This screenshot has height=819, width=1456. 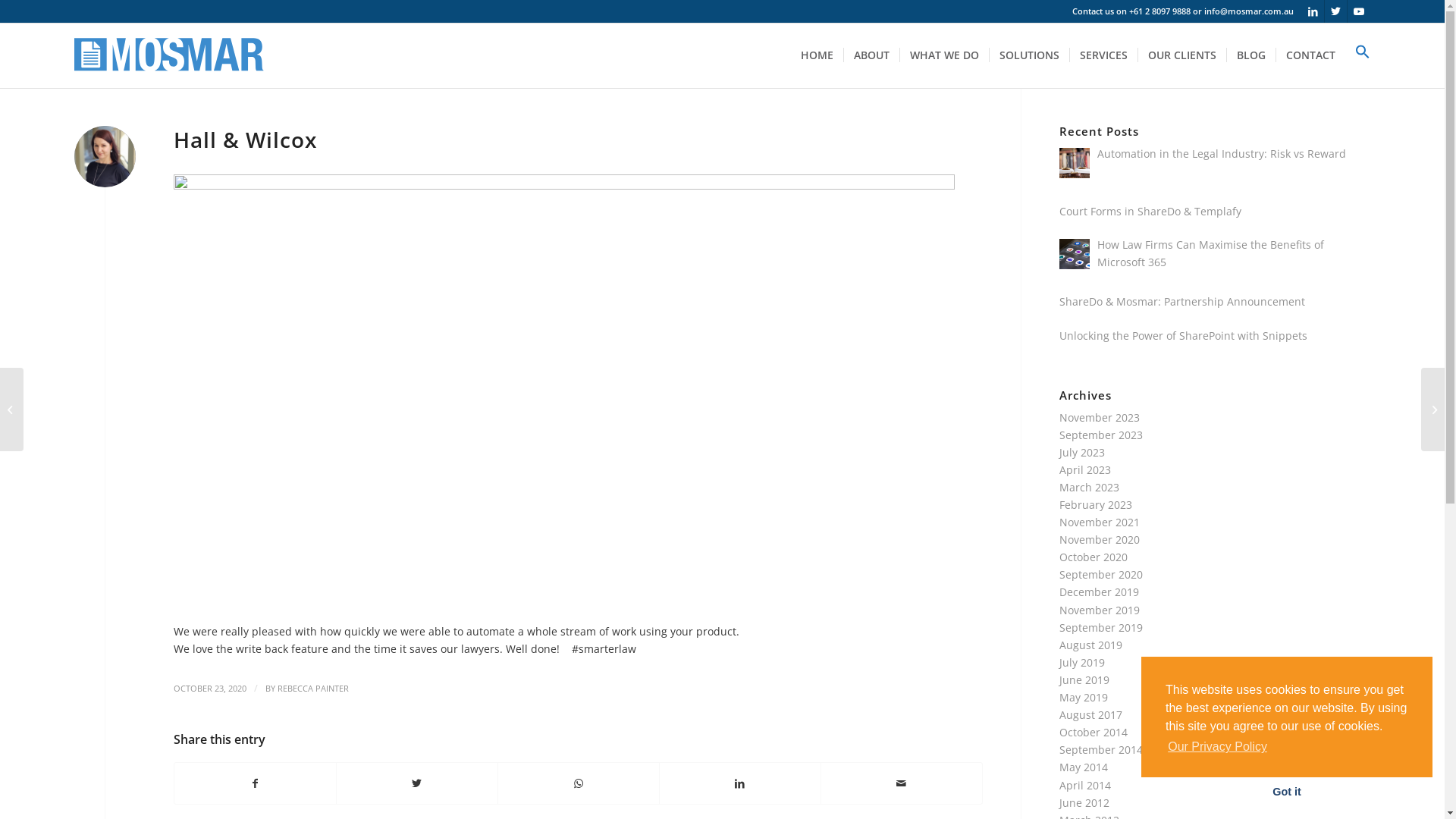 I want to click on 'SOLUTIONS', so click(x=1029, y=55).